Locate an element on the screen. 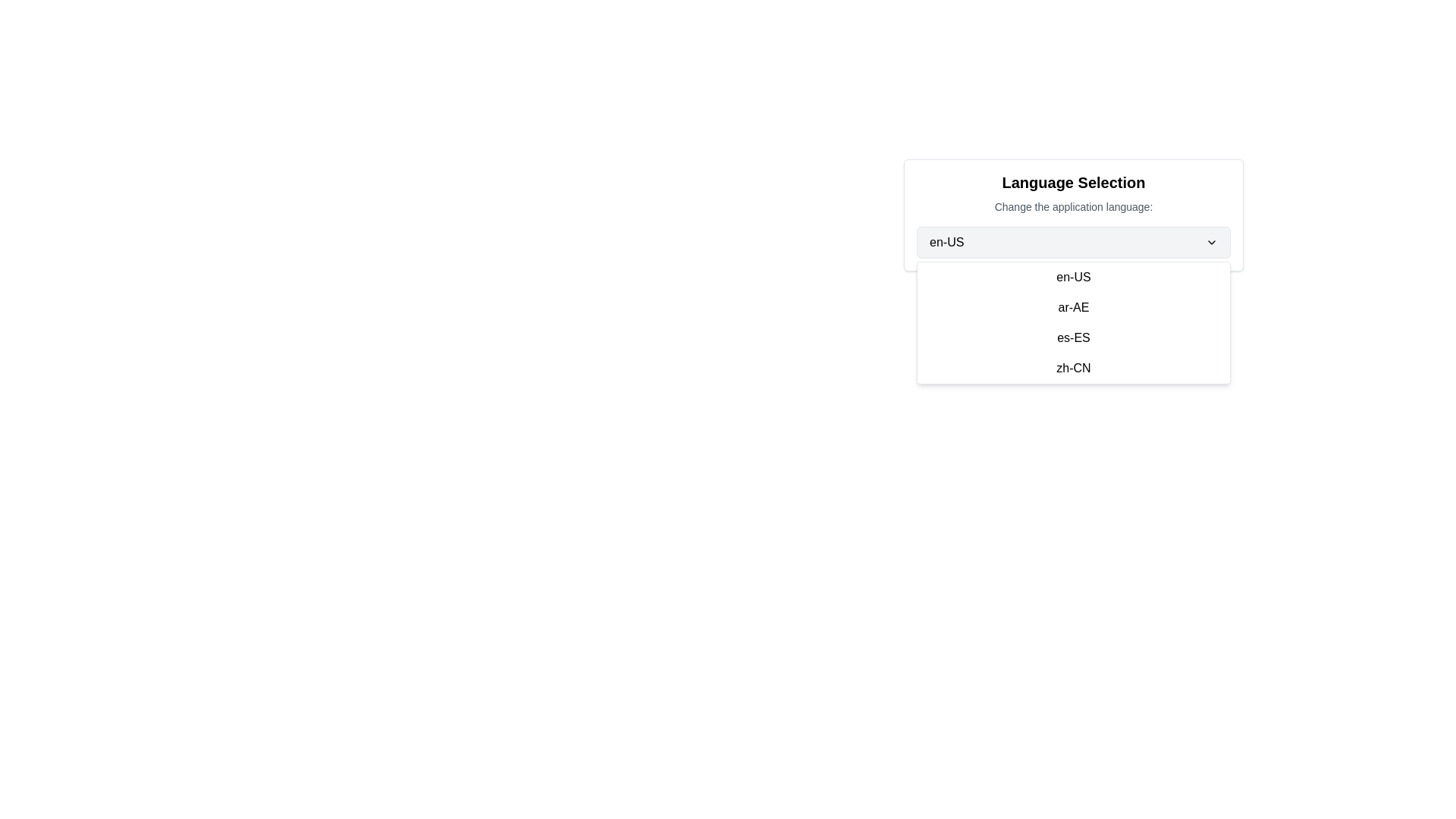 The height and width of the screenshot is (819, 1456). the menu item labeled 'es-ES' which is the third item in the dropdown menu, positioned below 'ar-AE' and above 'zh-CN' is located at coordinates (1073, 337).